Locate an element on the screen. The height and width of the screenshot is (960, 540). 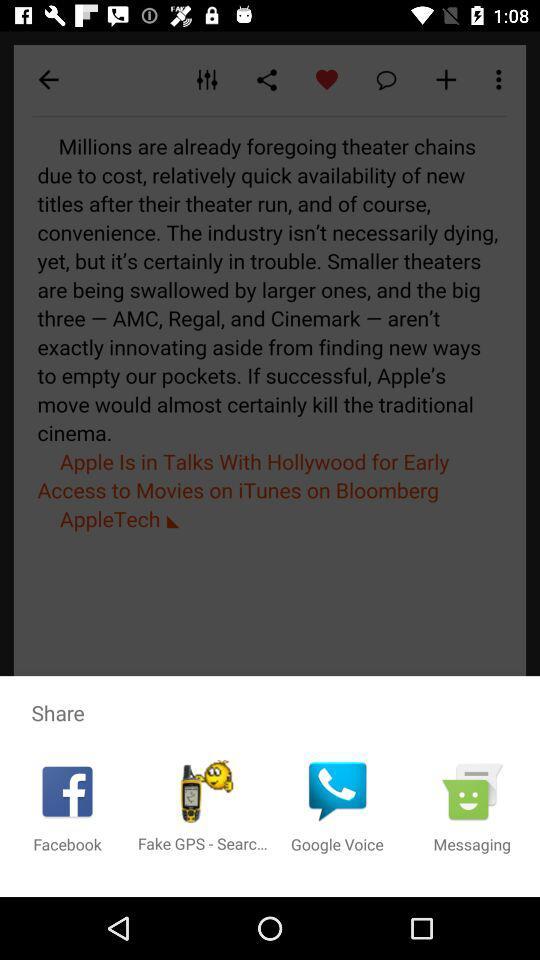
the close icon is located at coordinates (502, 683).